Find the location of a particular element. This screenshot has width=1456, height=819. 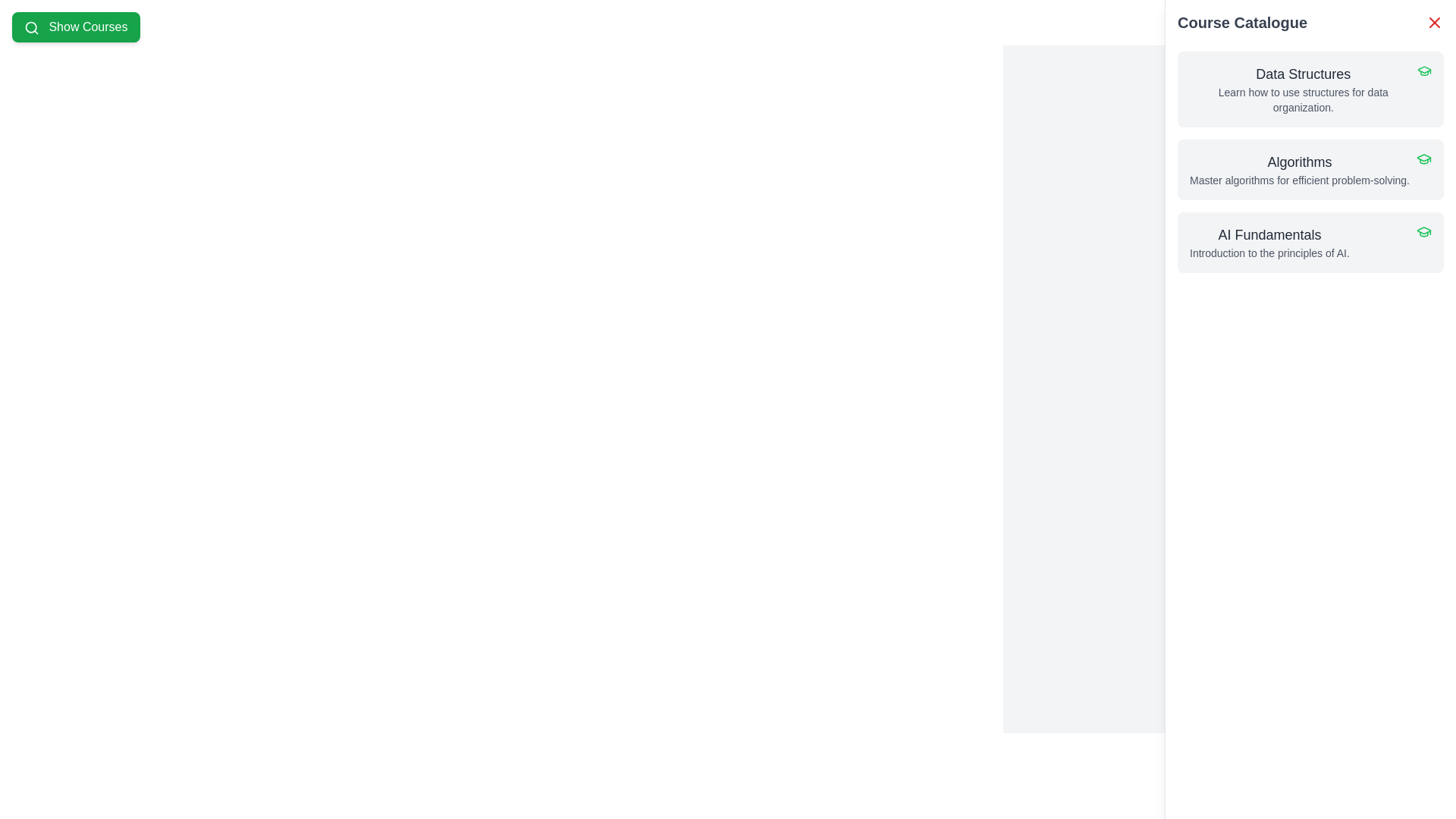

the magnifying glass icon located to the left of the 'Show Courses' button text label is located at coordinates (32, 27).